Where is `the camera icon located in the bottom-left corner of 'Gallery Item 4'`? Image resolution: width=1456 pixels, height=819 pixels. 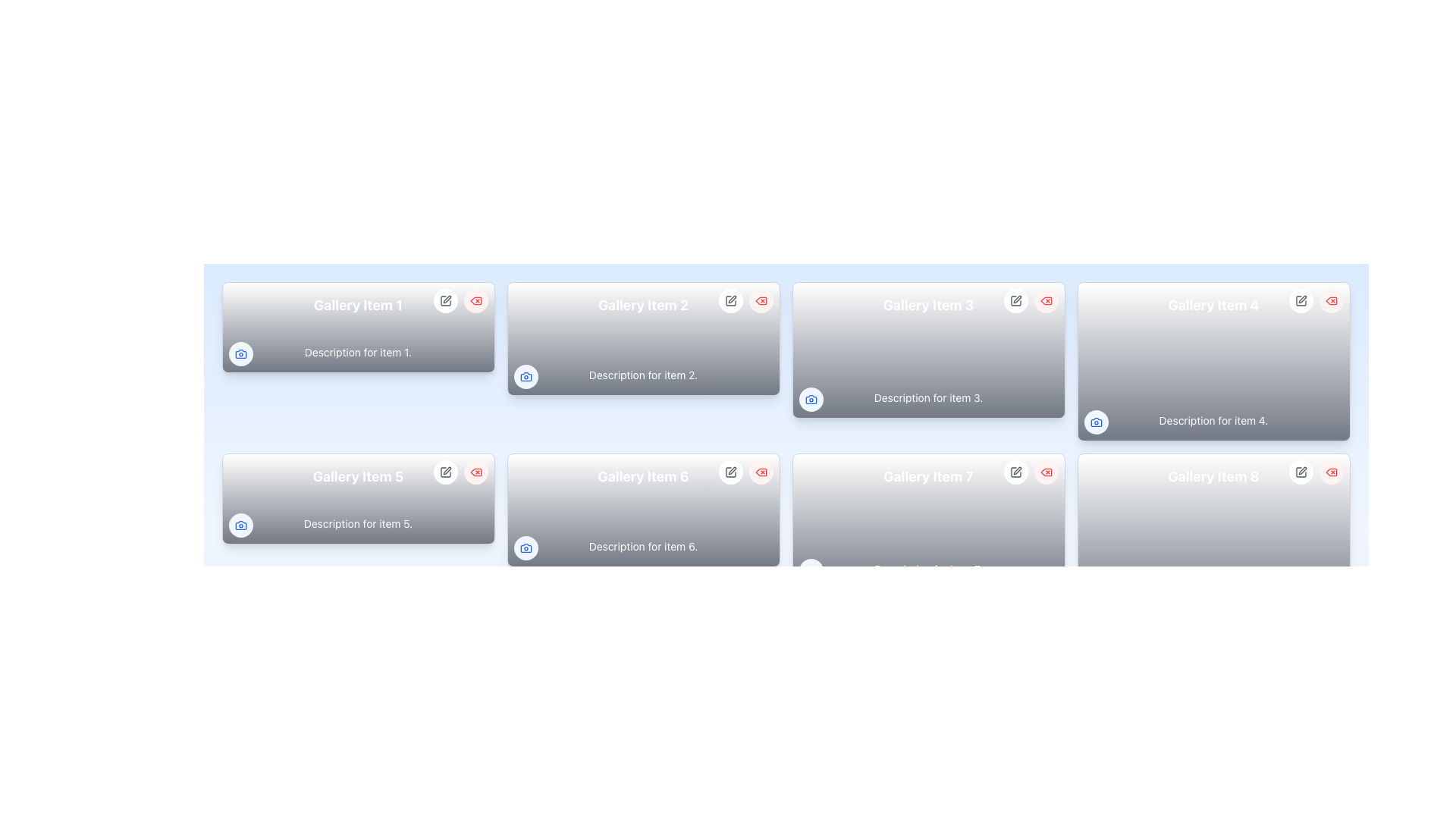
the camera icon located in the bottom-left corner of 'Gallery Item 4' is located at coordinates (1096, 422).